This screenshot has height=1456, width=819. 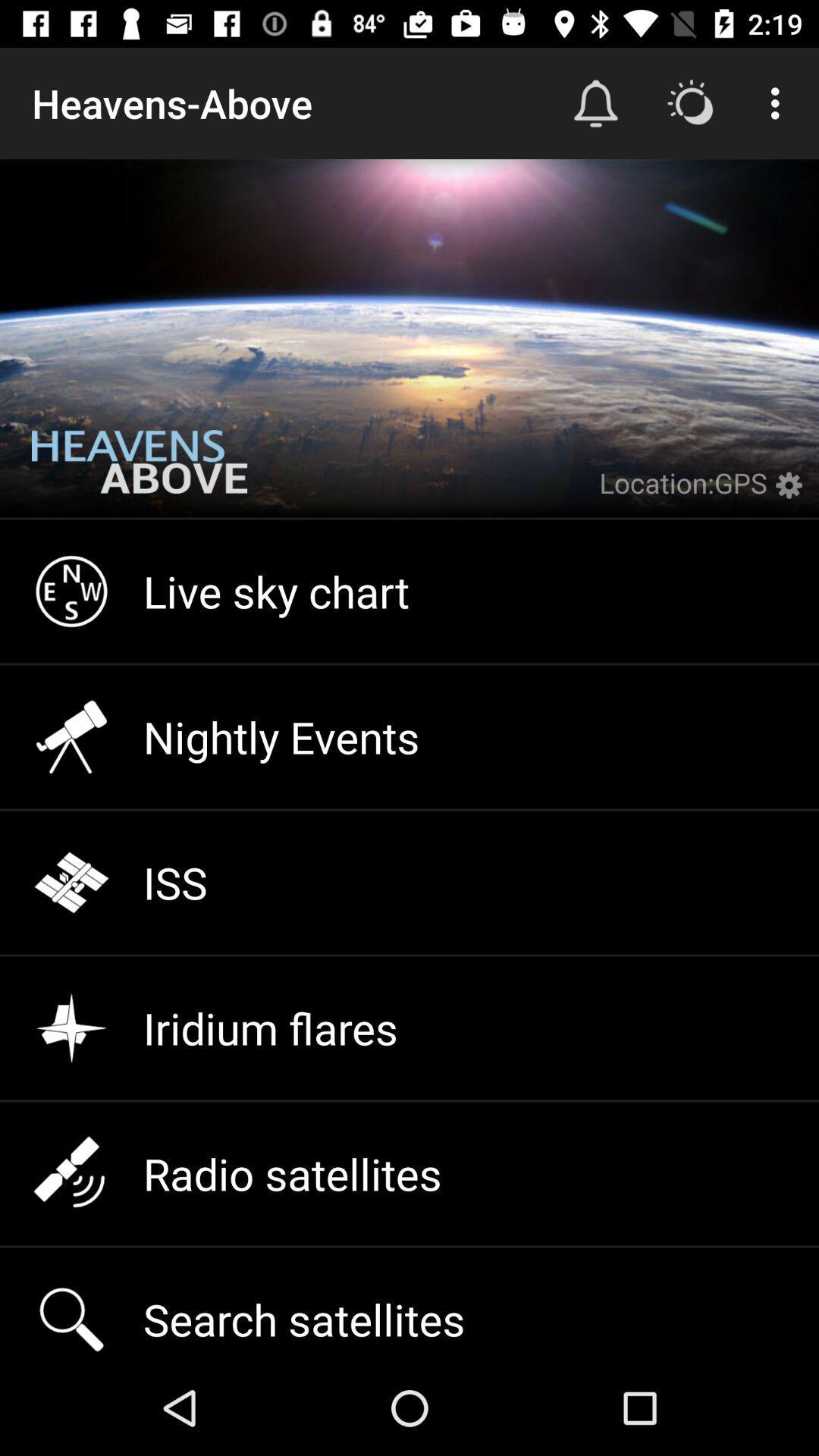 What do you see at coordinates (595, 102) in the screenshot?
I see `item next to heavens-above app` at bounding box center [595, 102].